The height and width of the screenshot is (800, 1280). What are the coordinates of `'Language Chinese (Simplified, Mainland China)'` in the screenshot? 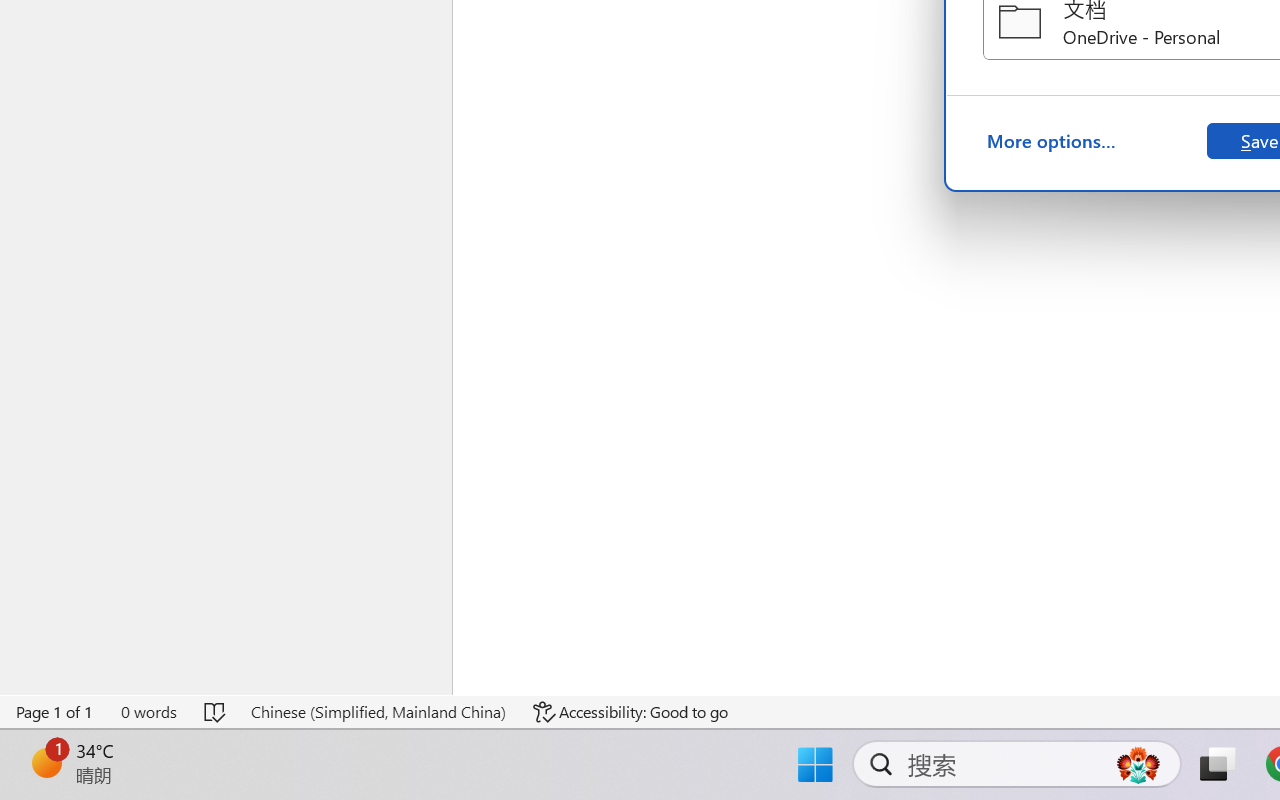 It's located at (378, 711).